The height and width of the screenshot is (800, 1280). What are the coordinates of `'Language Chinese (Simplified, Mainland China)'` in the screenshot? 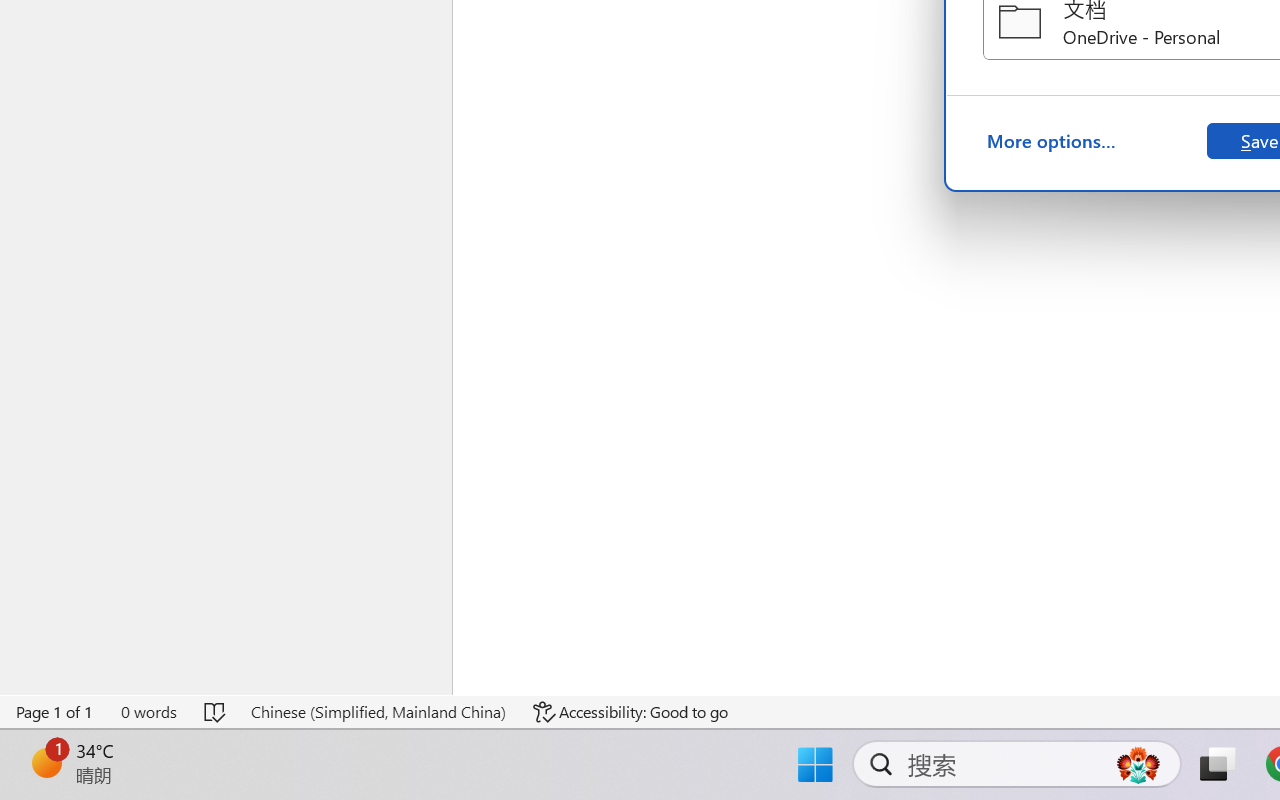 It's located at (378, 711).